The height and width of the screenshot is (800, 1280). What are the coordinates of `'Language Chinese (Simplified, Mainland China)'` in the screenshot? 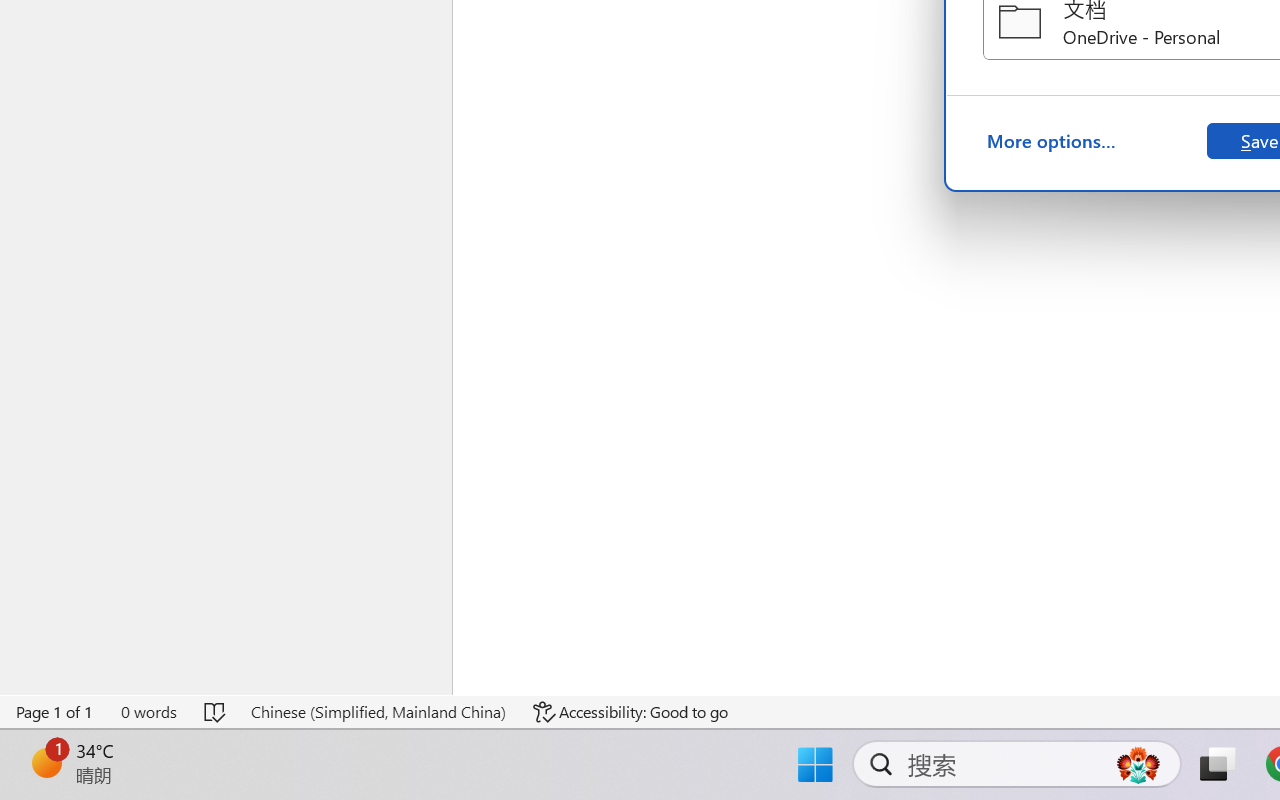 It's located at (378, 711).